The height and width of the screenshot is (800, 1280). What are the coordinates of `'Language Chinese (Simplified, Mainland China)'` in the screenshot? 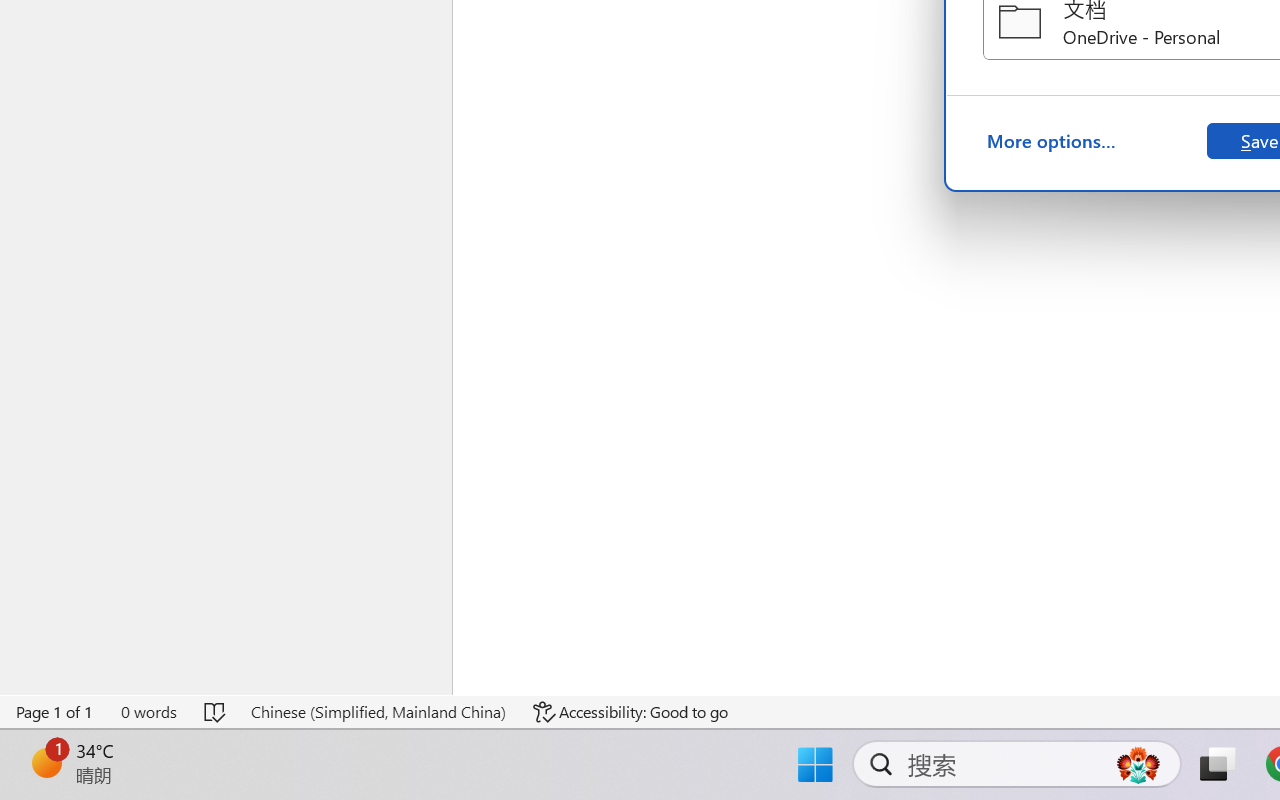 It's located at (378, 711).